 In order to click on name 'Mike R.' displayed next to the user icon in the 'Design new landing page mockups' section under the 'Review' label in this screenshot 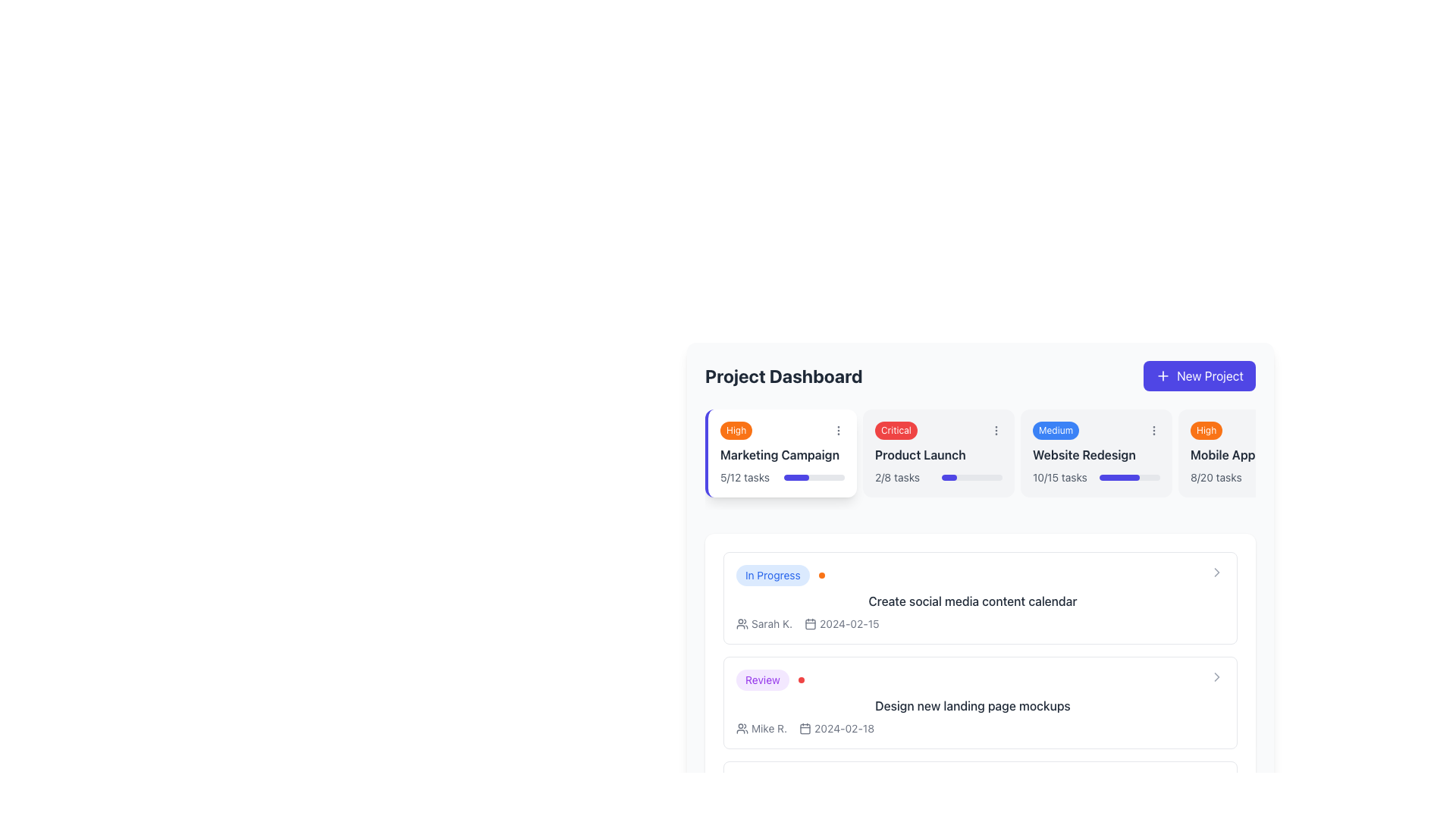, I will do `click(761, 727)`.